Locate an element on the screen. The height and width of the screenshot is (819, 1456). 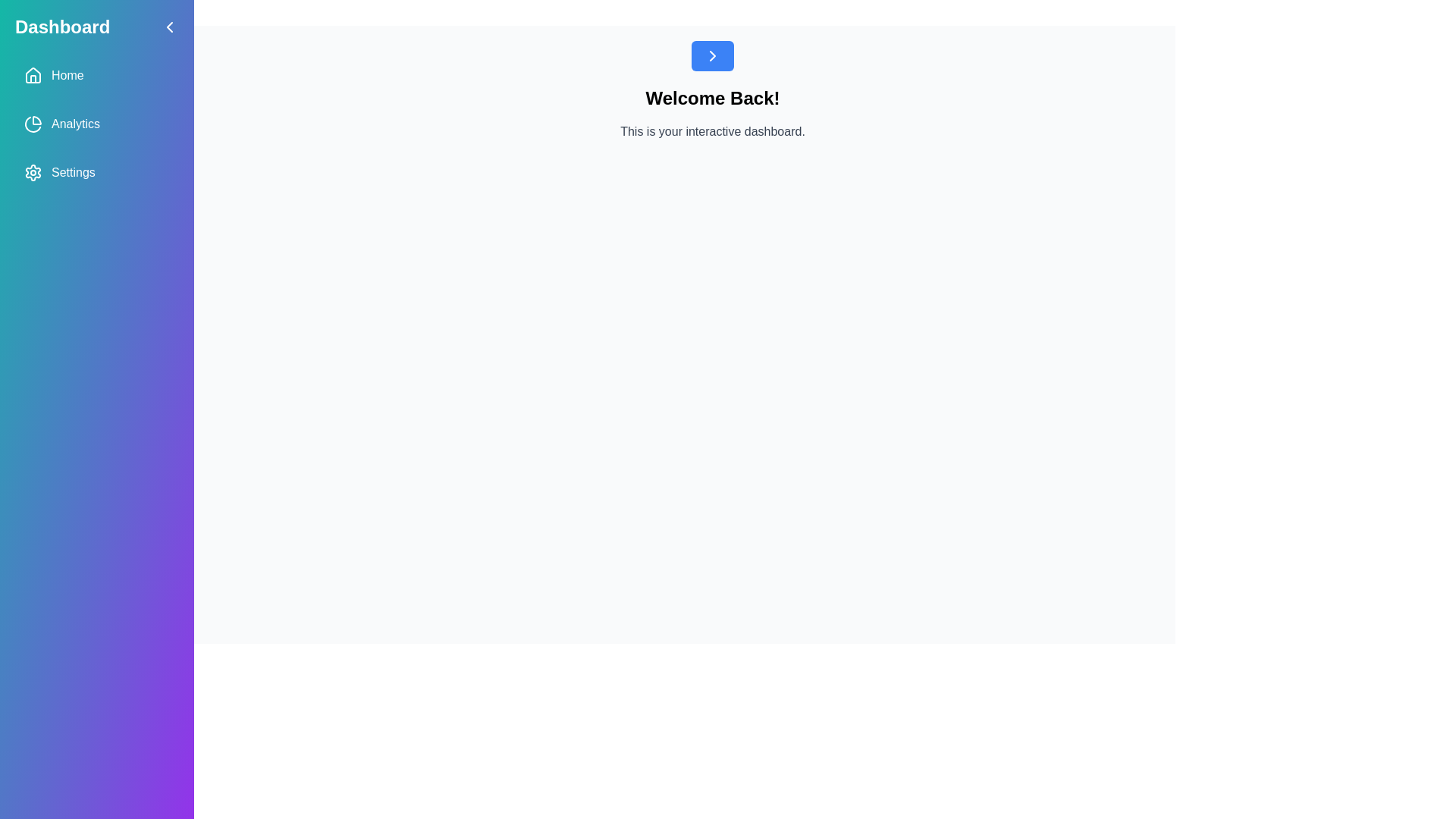
the menu item Home in the drawer is located at coordinates (96, 76).